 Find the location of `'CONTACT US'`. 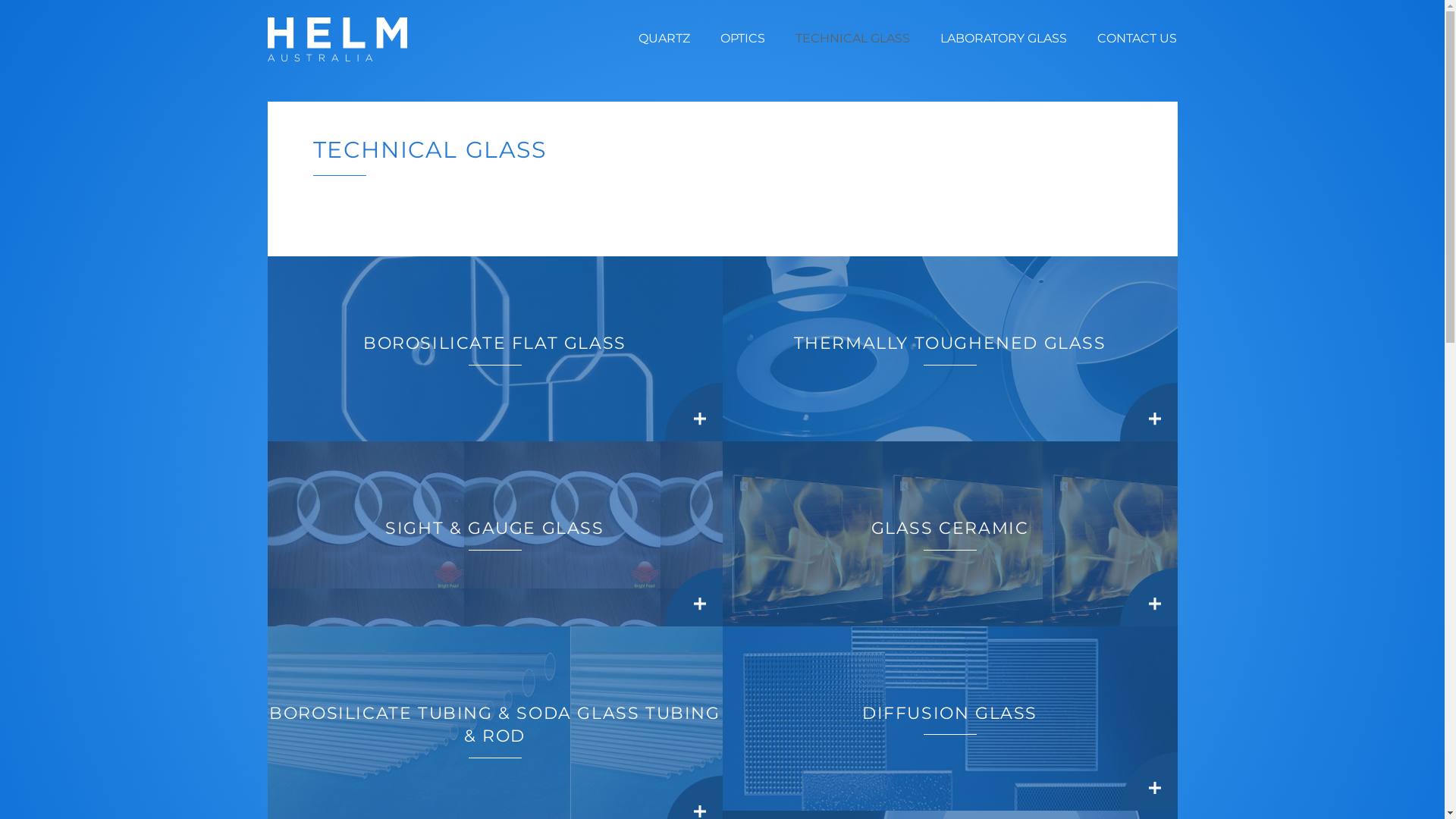

'CONTACT US' is located at coordinates (1097, 37).